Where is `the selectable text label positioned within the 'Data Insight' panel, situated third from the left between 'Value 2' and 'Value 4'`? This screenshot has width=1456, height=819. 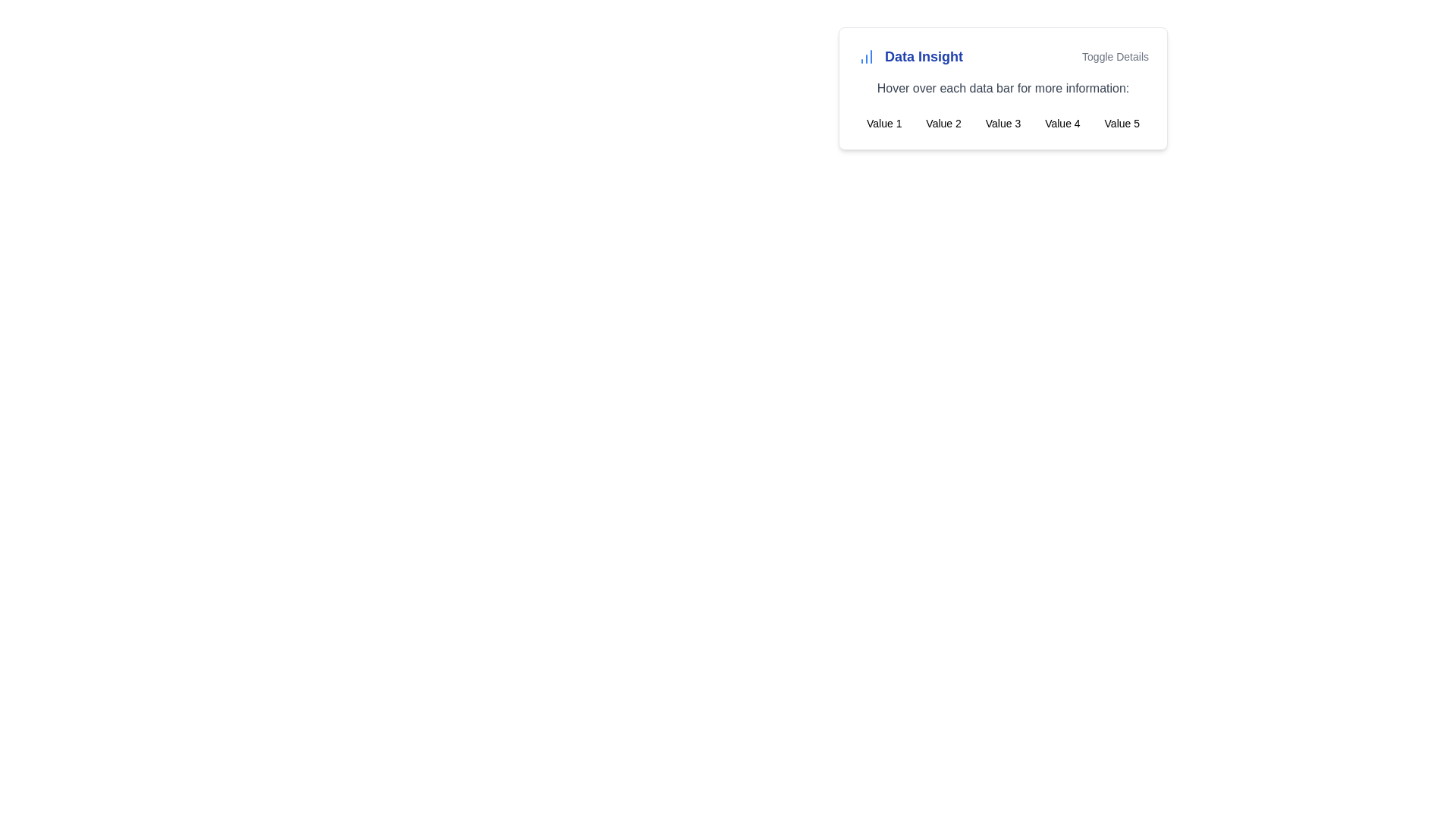 the selectable text label positioned within the 'Data Insight' panel, situated third from the left between 'Value 2' and 'Value 4' is located at coordinates (1003, 122).